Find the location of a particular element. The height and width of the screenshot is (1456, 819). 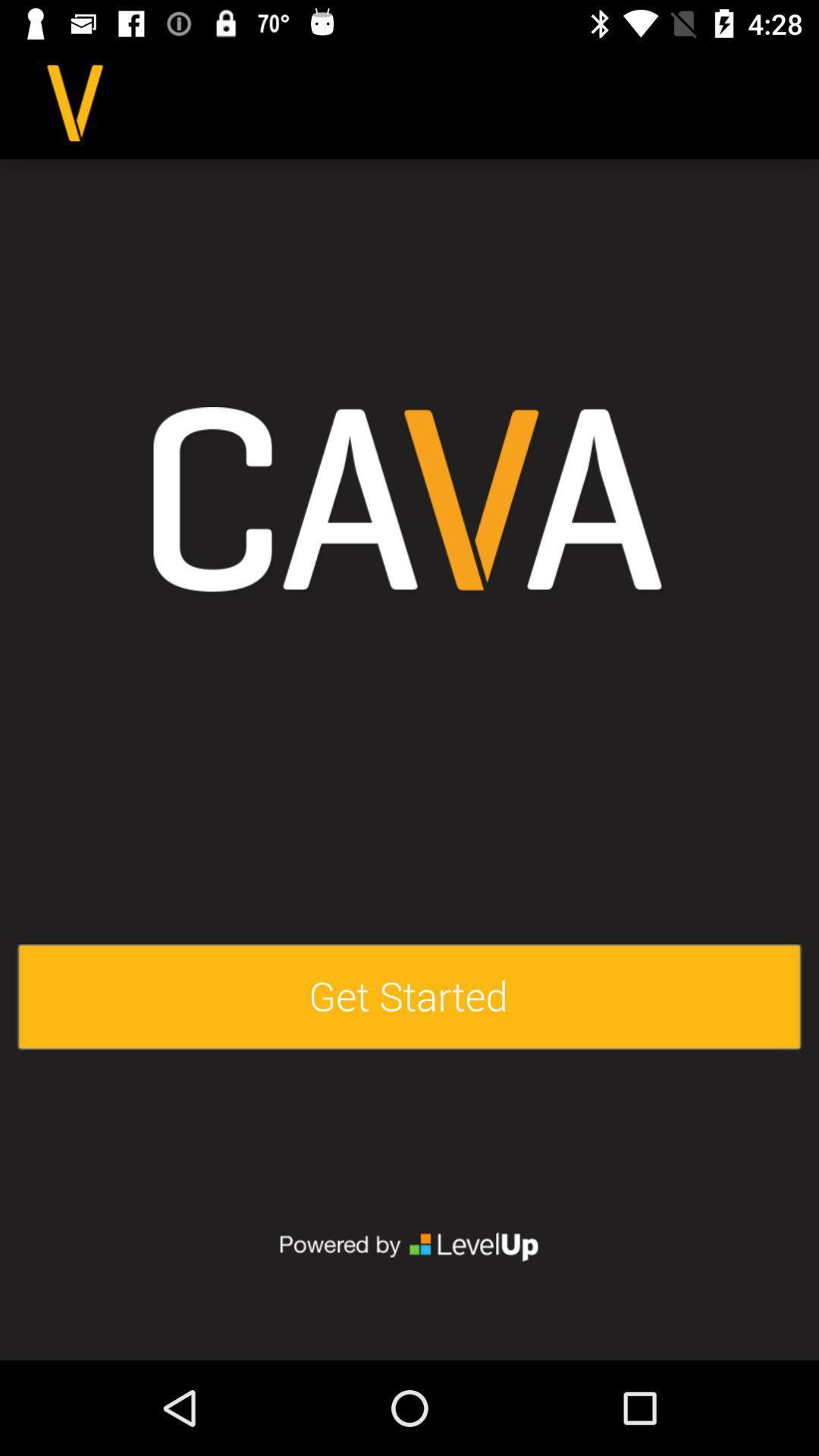

get started is located at coordinates (409, 997).